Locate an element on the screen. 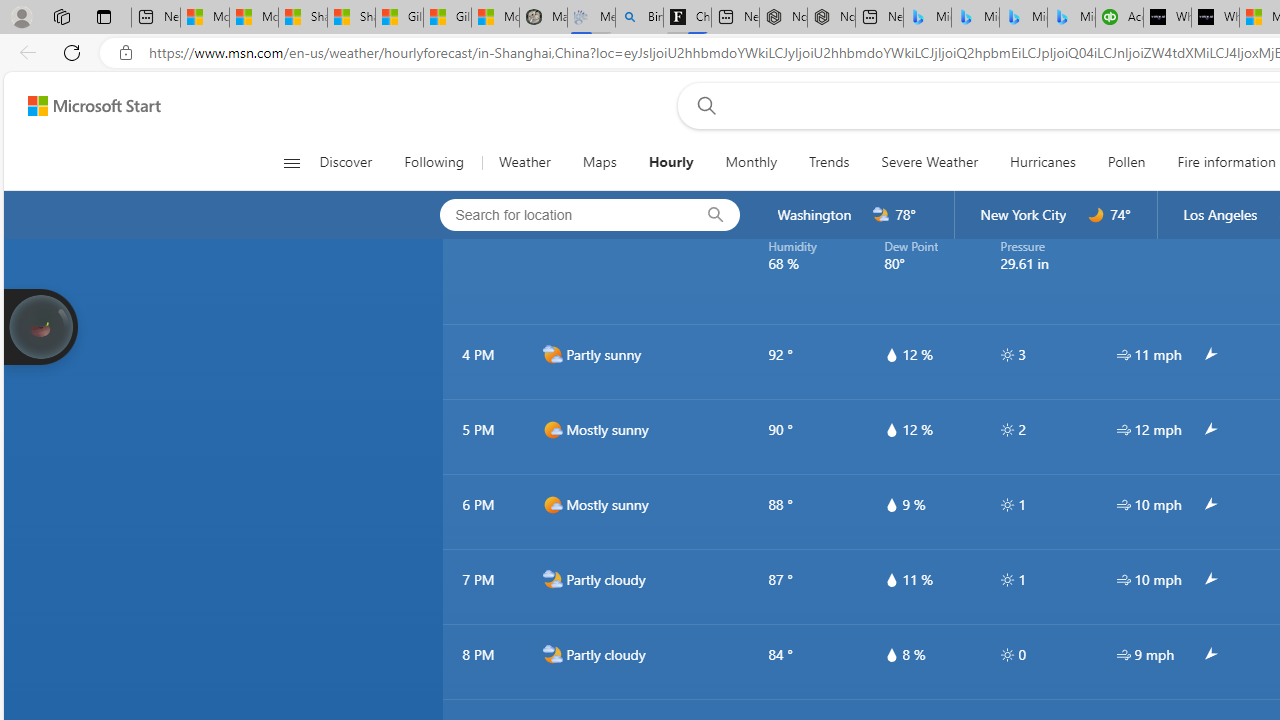 This screenshot has height=720, width=1280. 'Trends' is located at coordinates (830, 162).